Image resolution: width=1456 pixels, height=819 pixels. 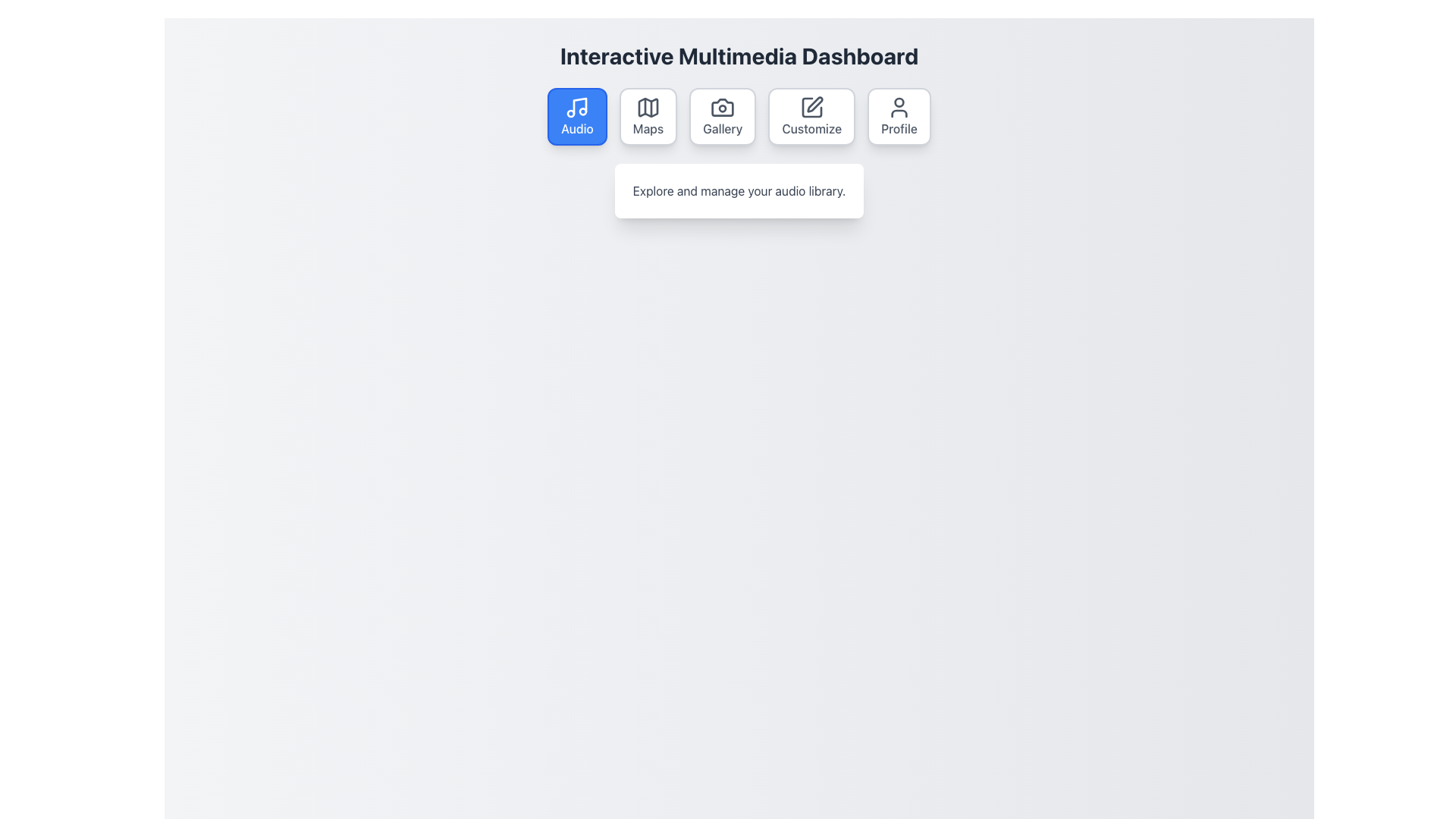 I want to click on the central segment of the map icon within the 'Maps' button in the menu bar, so click(x=648, y=107).